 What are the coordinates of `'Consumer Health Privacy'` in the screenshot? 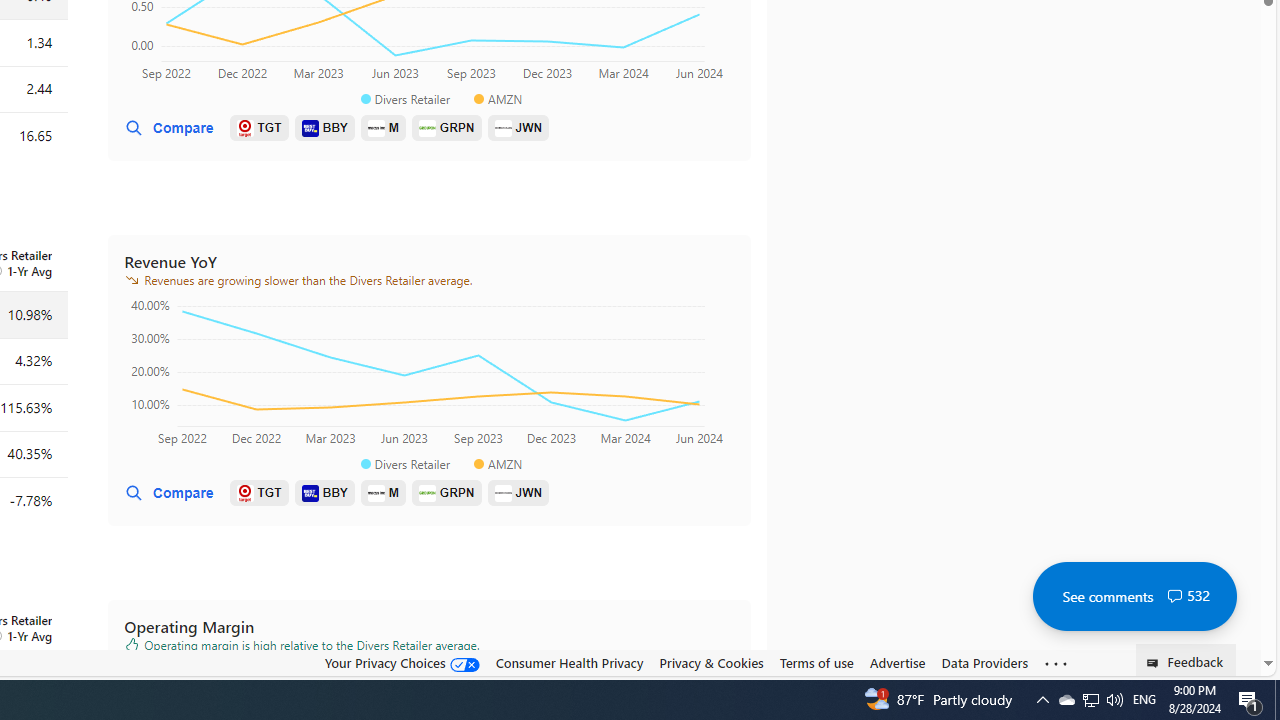 It's located at (568, 662).